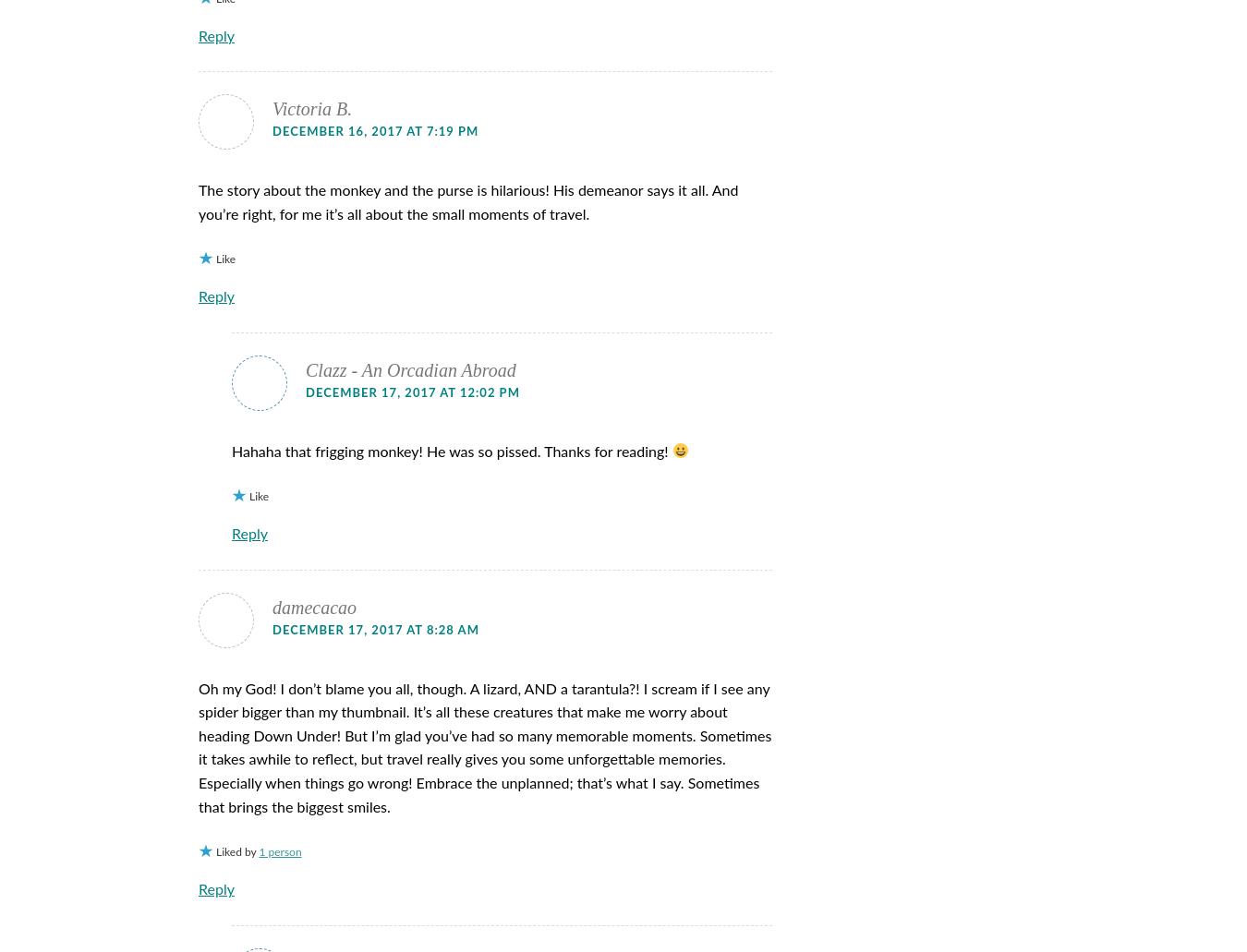 The image size is (1247, 952). Describe the element at coordinates (467, 202) in the screenshot. I see `'The story about the monkey and the purse is hilarious! His demeanor says it all. And you’re right, for me it’s all about the small moments of travel.'` at that location.